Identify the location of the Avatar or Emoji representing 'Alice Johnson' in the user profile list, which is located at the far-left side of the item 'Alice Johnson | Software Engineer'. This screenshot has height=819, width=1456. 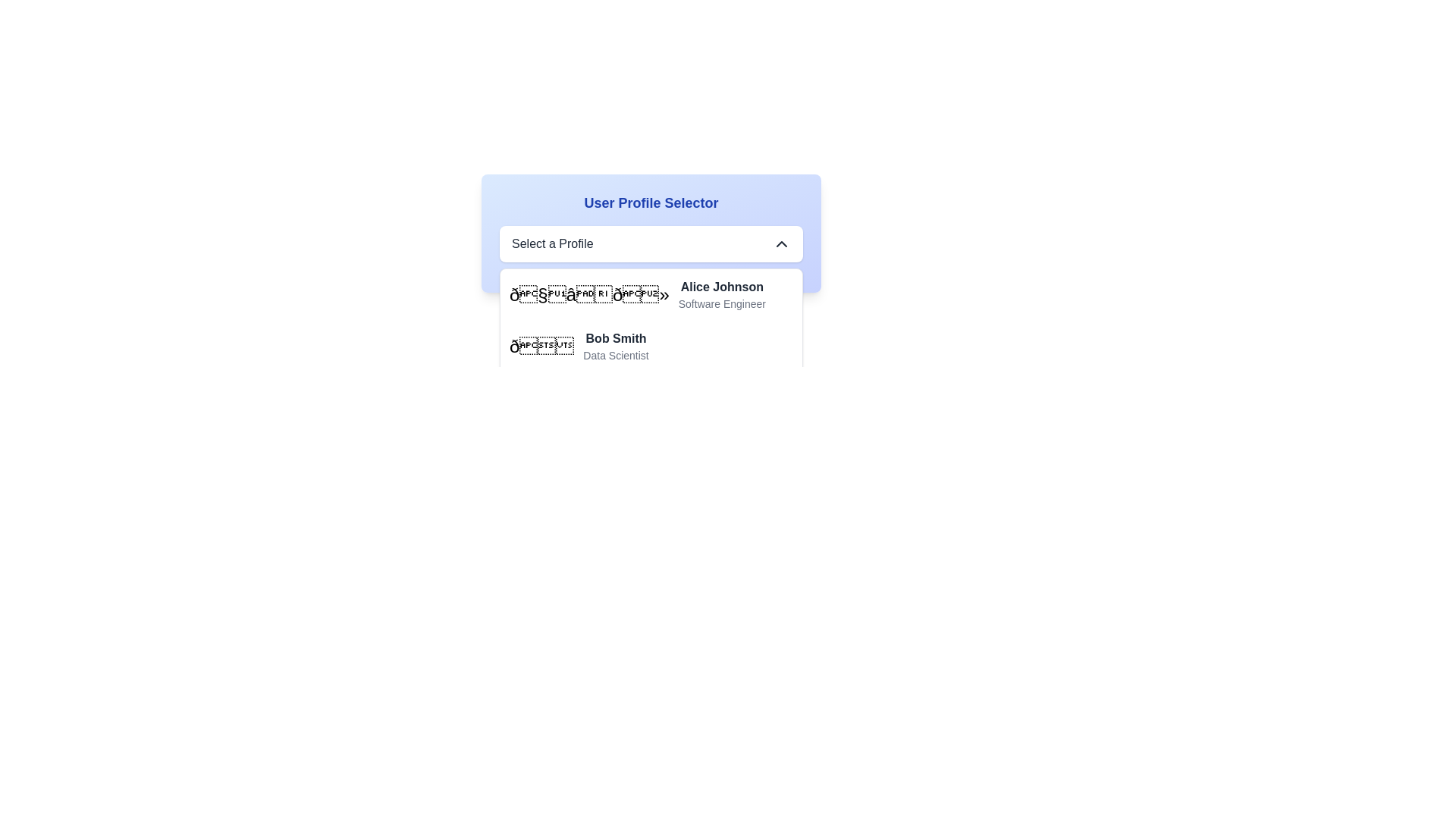
(588, 295).